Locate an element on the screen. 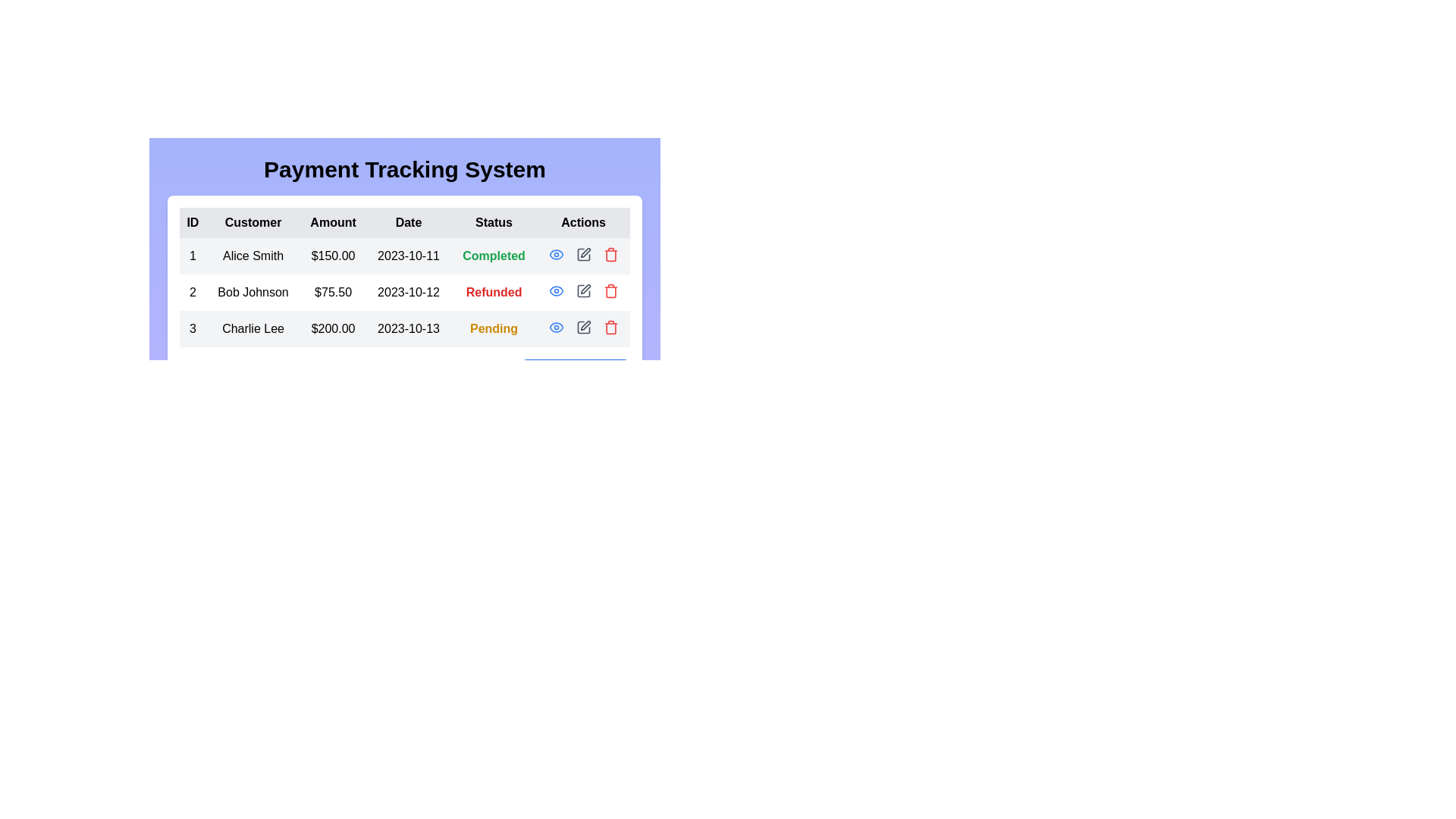  the viewing function button in the Actions column of the second row is located at coordinates (555, 253).